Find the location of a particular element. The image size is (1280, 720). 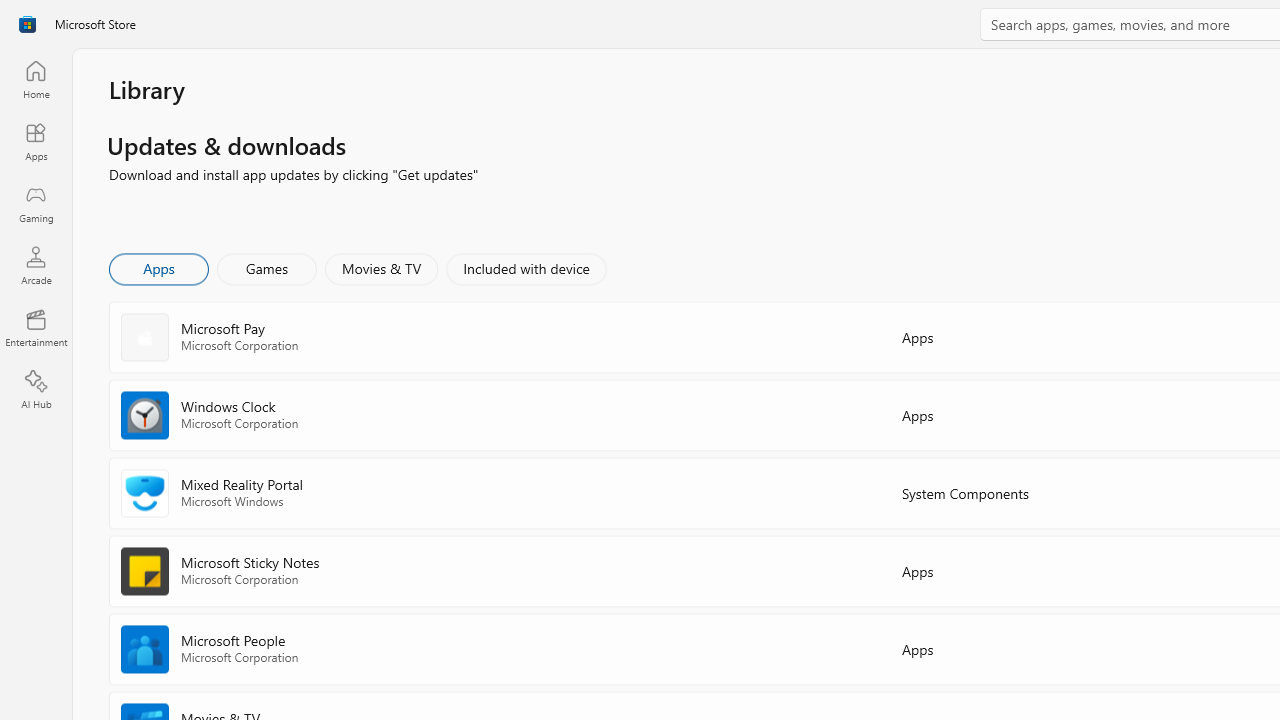

'AI Hub' is located at coordinates (35, 390).